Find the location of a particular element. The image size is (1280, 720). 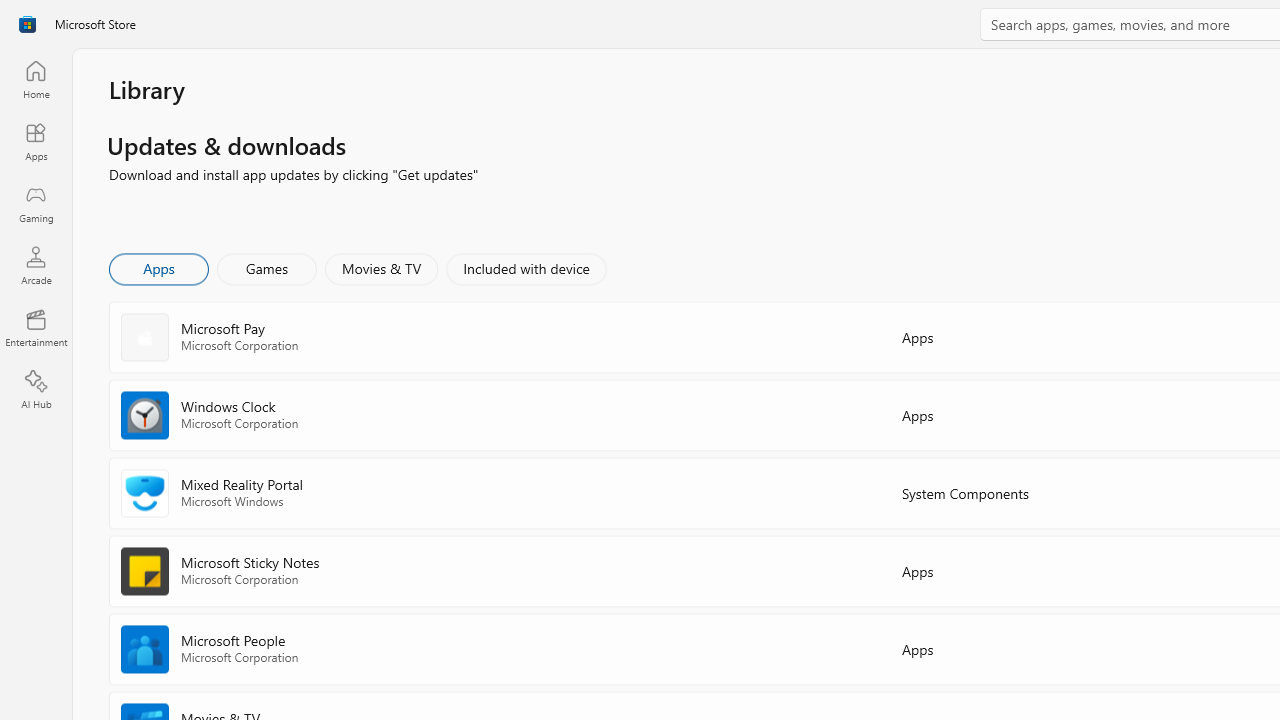

'AI Hub' is located at coordinates (35, 390).